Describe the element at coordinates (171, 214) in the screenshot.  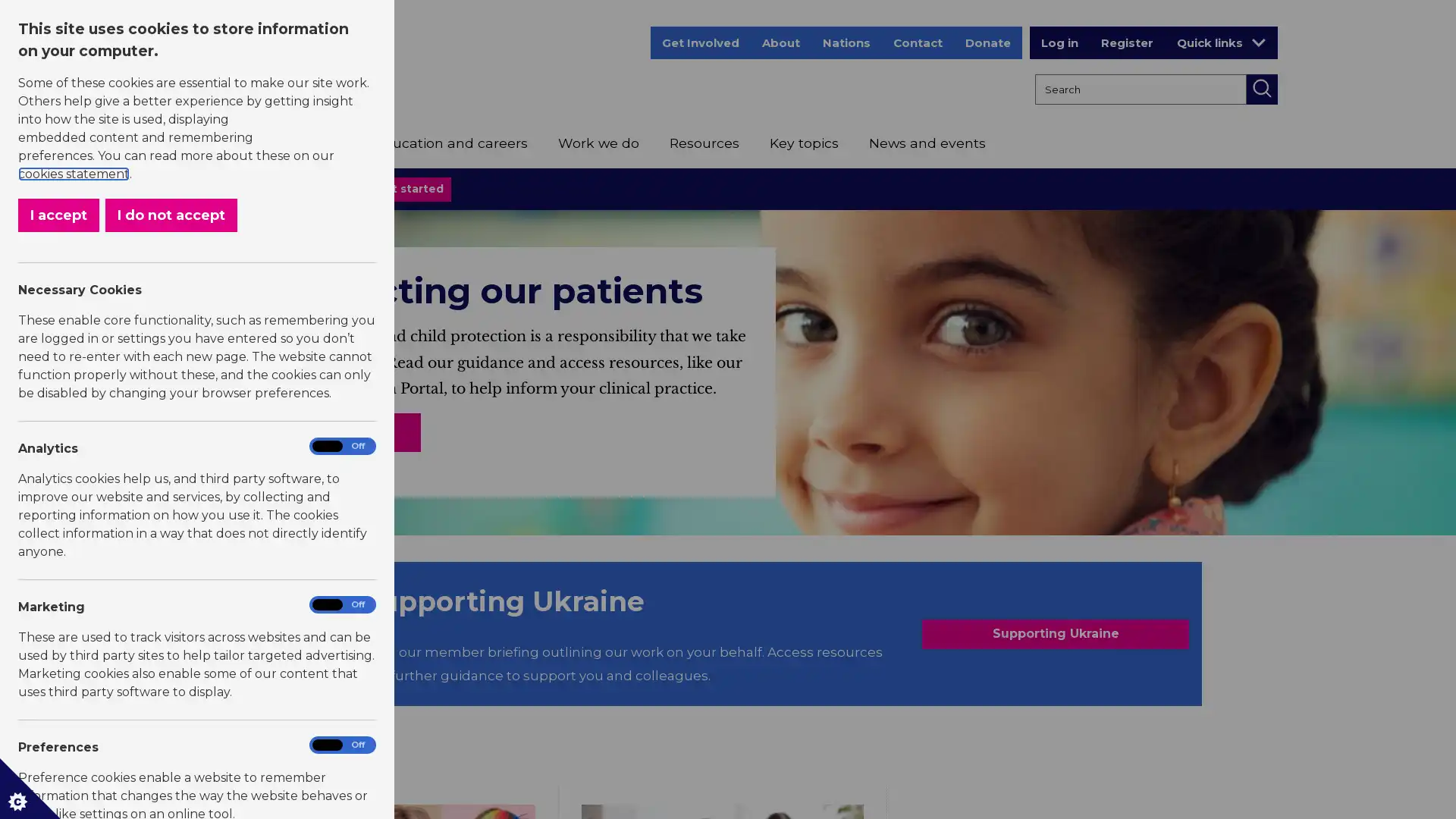
I see `I do not accept` at that location.